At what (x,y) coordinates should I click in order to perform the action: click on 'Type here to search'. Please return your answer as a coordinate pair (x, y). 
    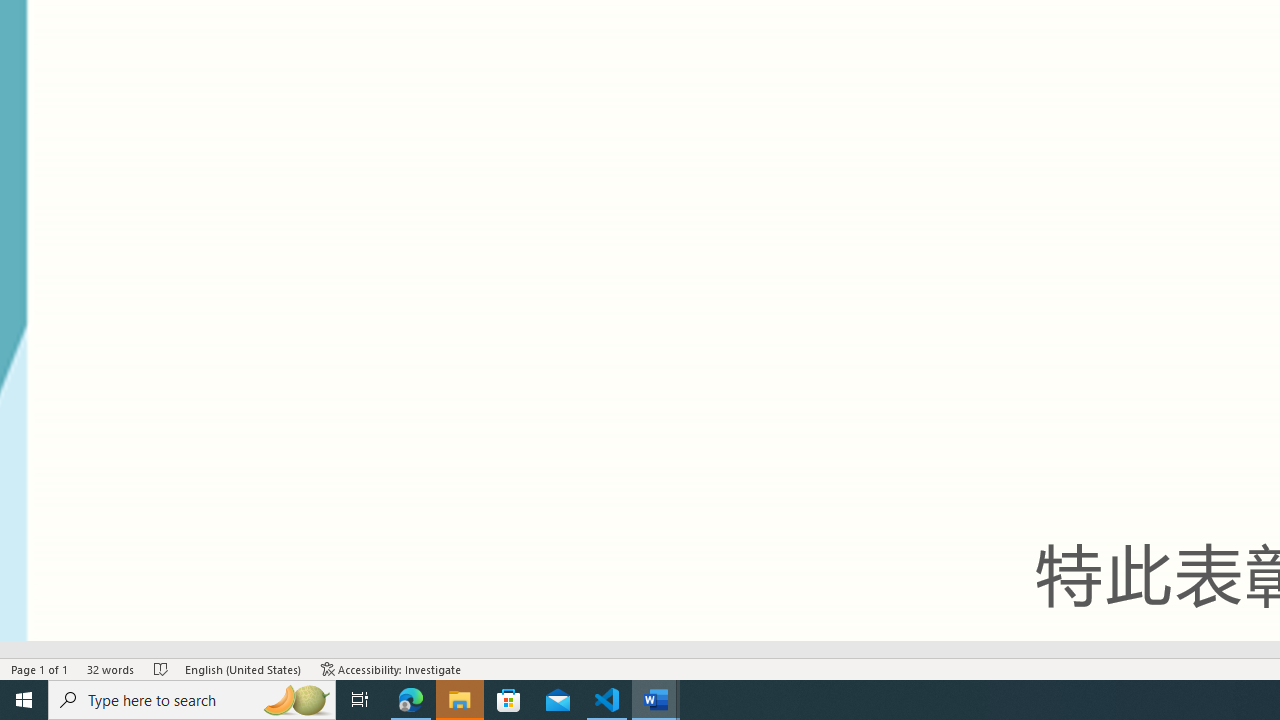
    Looking at the image, I should click on (192, 698).